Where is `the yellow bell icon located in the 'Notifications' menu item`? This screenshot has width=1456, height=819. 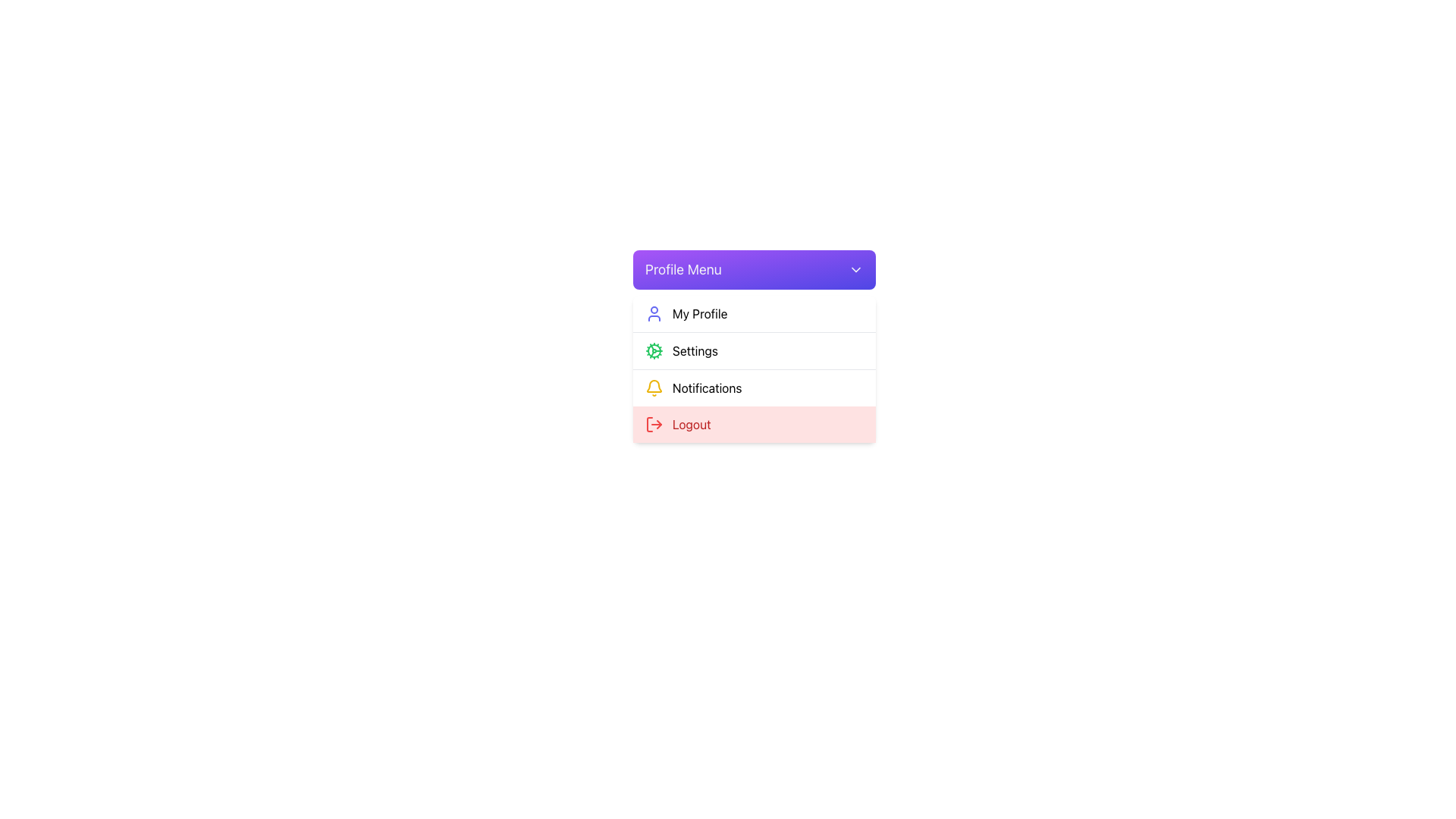
the yellow bell icon located in the 'Notifications' menu item is located at coordinates (654, 388).